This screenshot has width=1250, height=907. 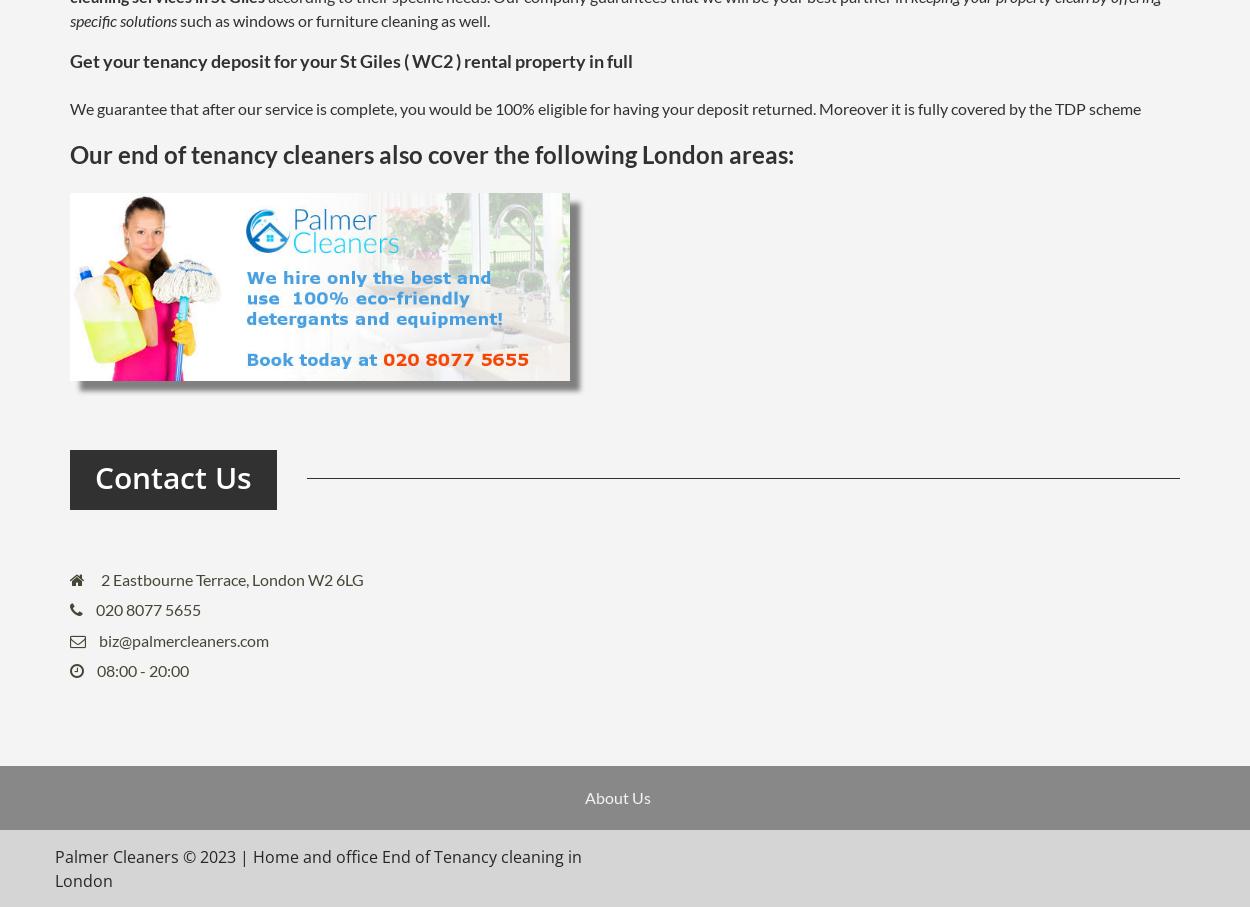 What do you see at coordinates (143, 668) in the screenshot?
I see `'08:00 - 20:00'` at bounding box center [143, 668].